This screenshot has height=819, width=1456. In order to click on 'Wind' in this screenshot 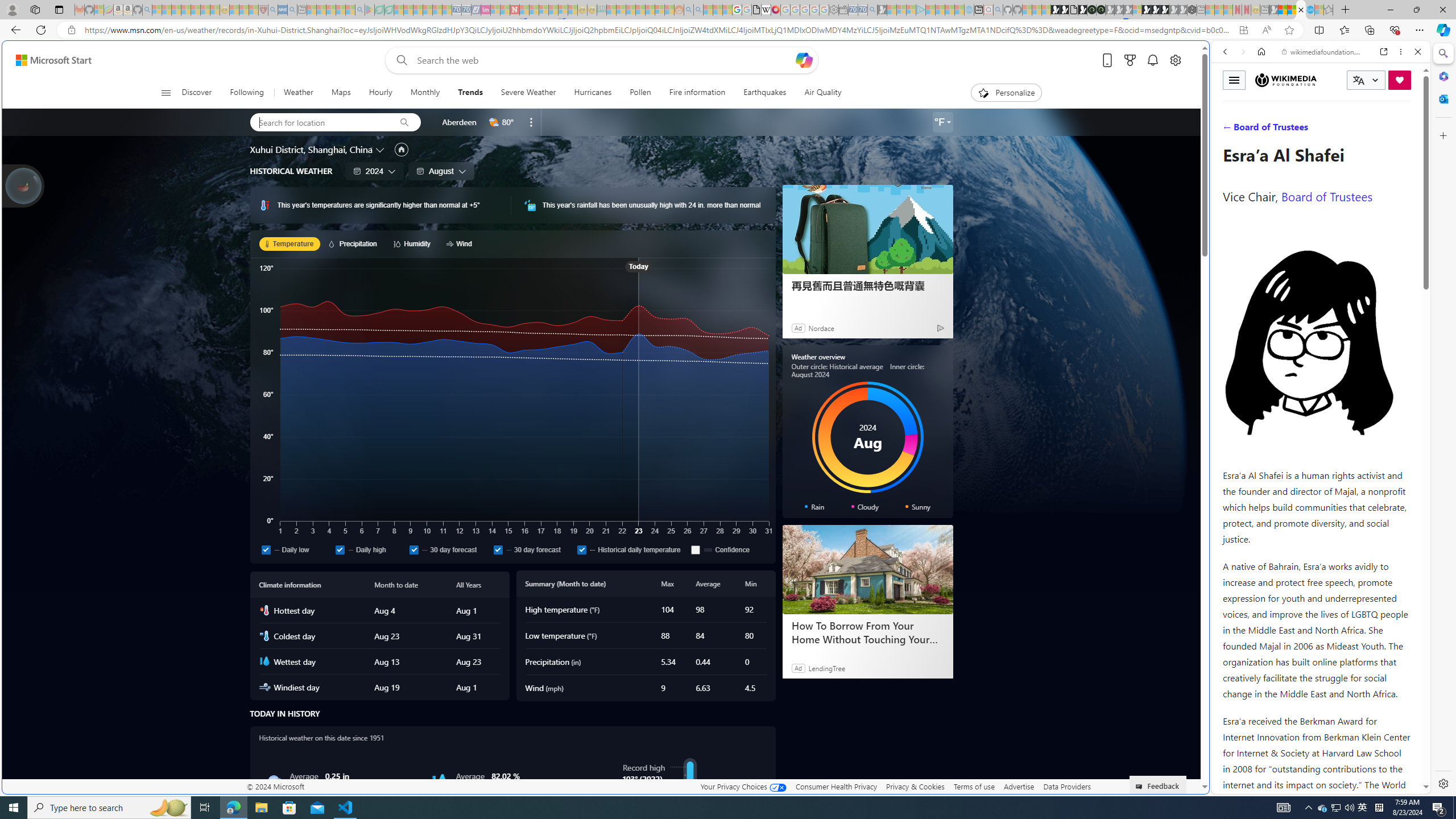, I will do `click(461, 243)`.